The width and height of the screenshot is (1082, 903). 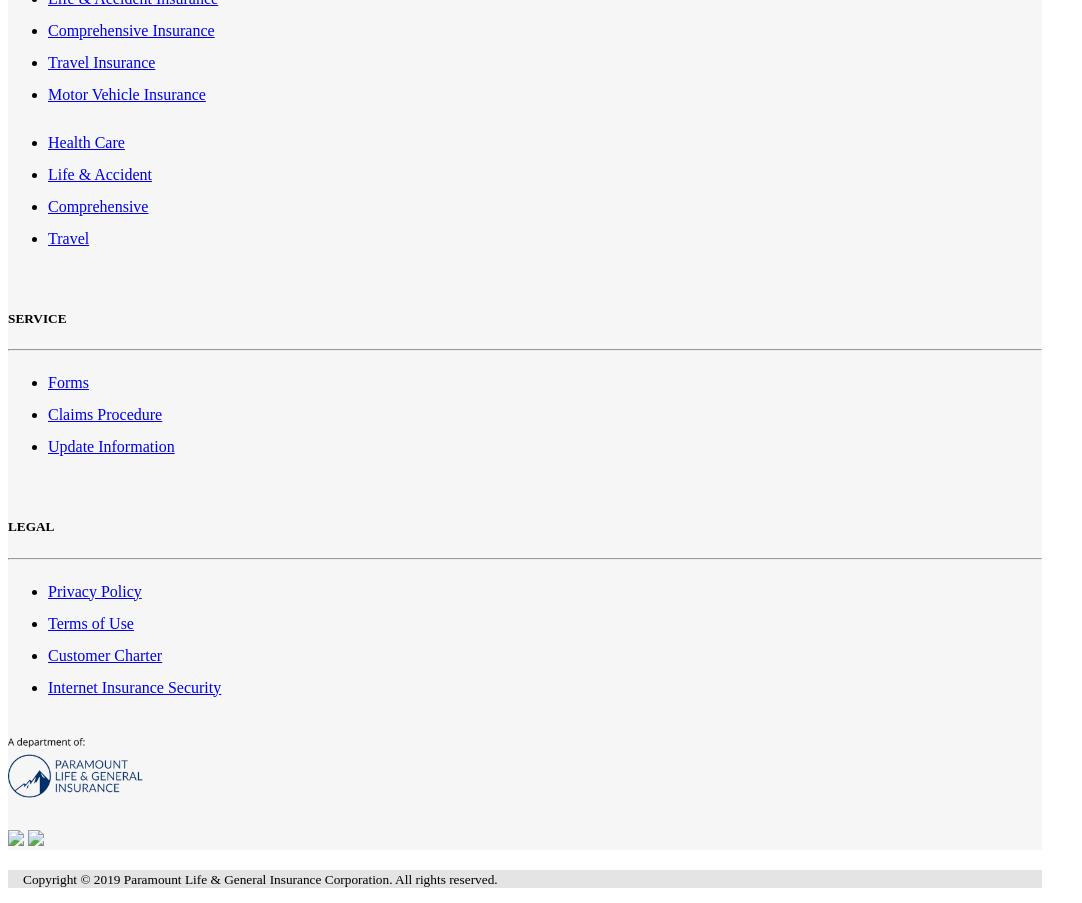 What do you see at coordinates (48, 590) in the screenshot?
I see `'Privacy Policy'` at bounding box center [48, 590].